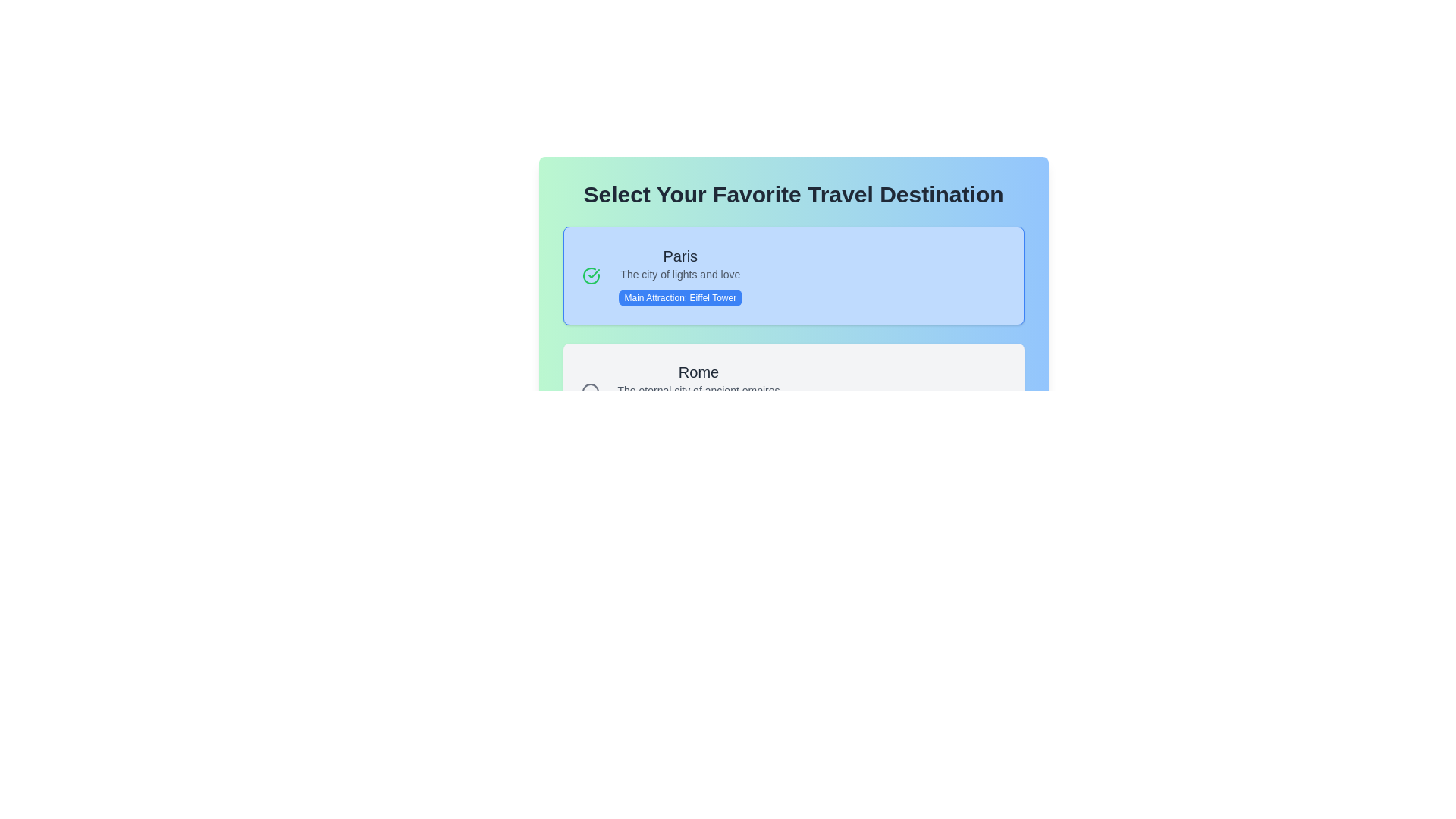  What do you see at coordinates (698, 390) in the screenshot?
I see `the static text displaying 'The eternal city of ancient empires', which is styled in gray and positioned below the title 'Rome'` at bounding box center [698, 390].